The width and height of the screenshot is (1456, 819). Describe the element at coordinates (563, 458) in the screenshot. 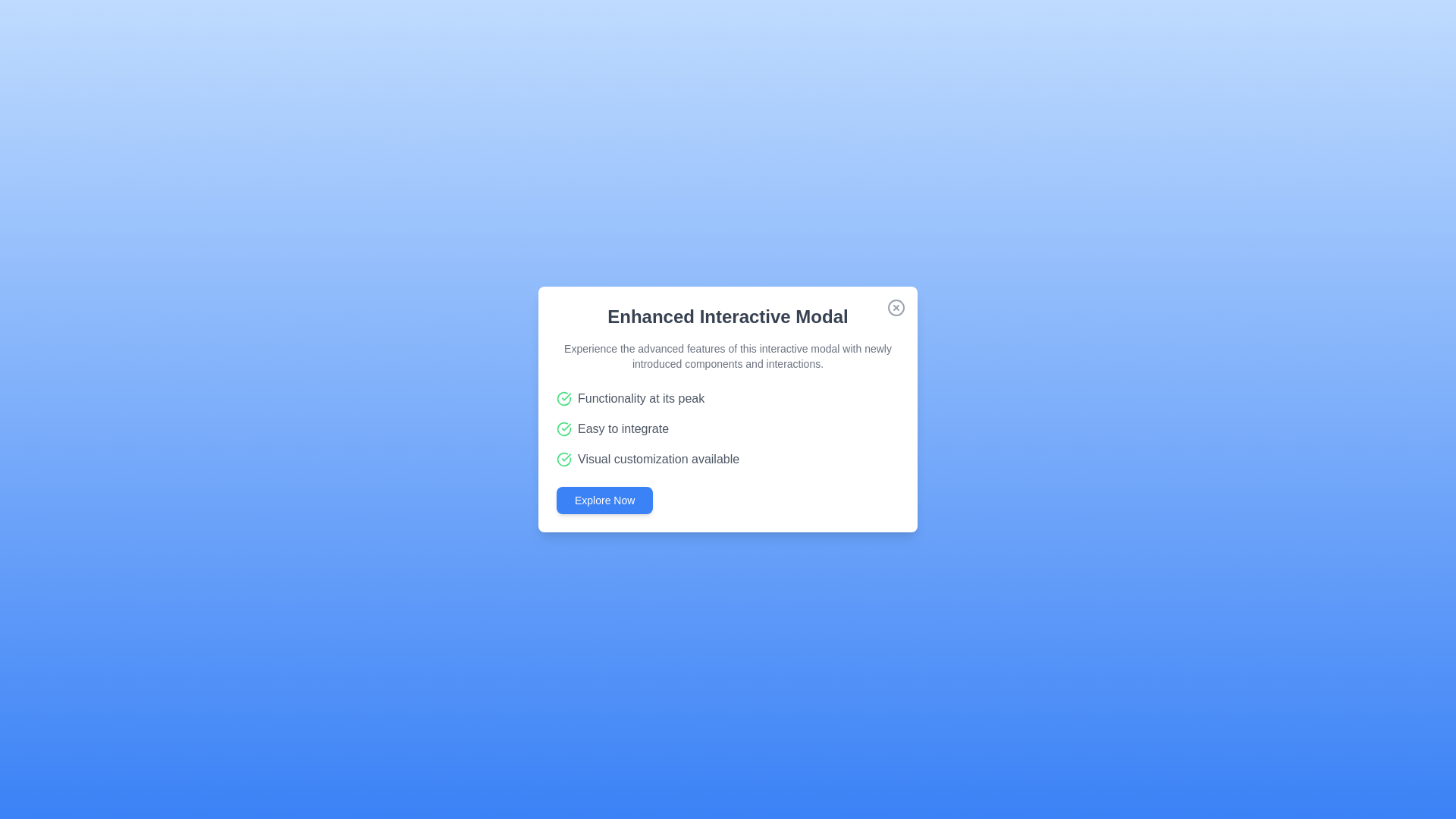

I see `the icon indicating the availability of 'Visual customization available' in the list under the title 'Enhanced Interactive Modal'` at that location.